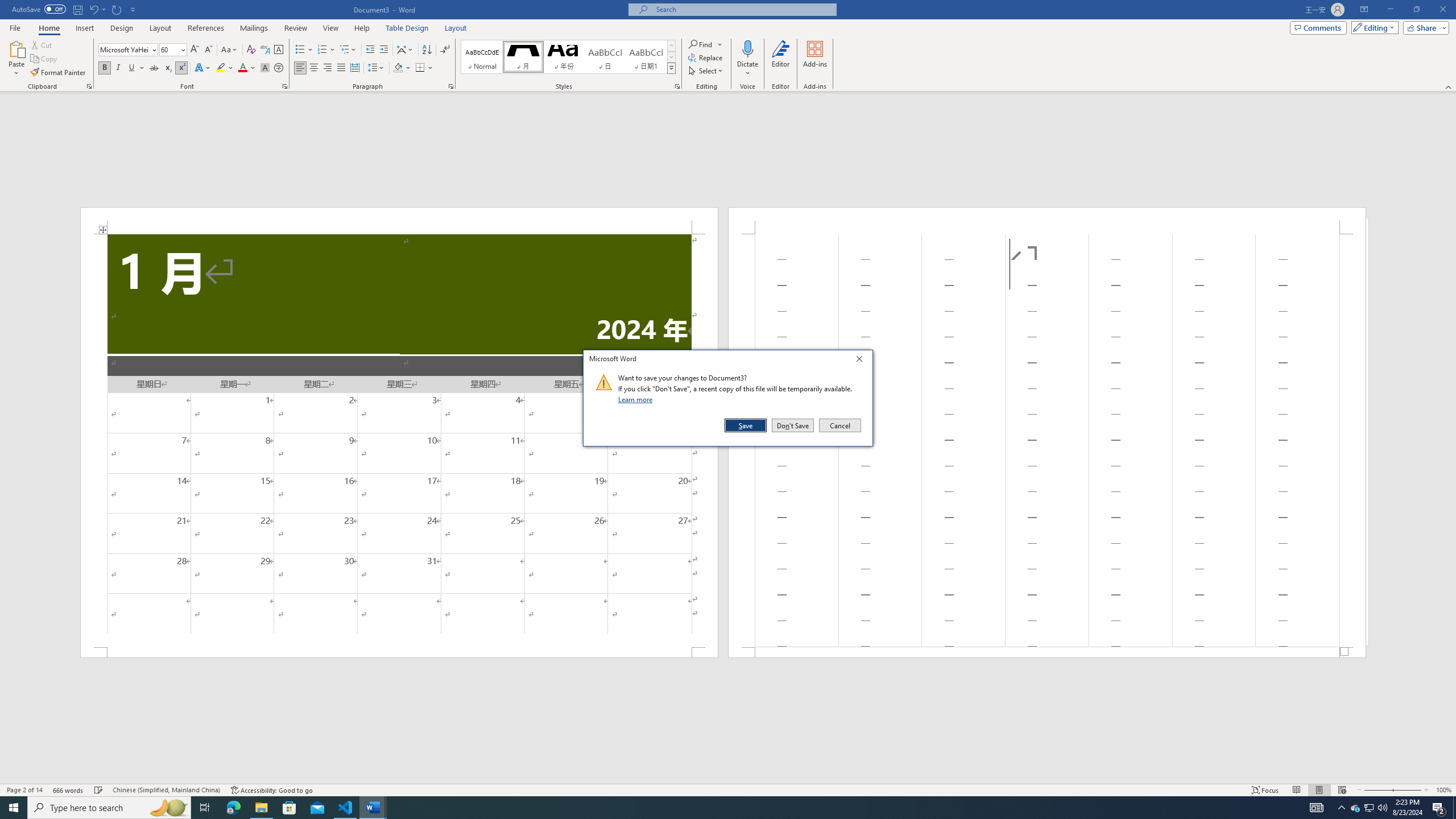 This screenshot has width=1456, height=819. Describe the element at coordinates (742, 9) in the screenshot. I see `'Microsoft search'` at that location.